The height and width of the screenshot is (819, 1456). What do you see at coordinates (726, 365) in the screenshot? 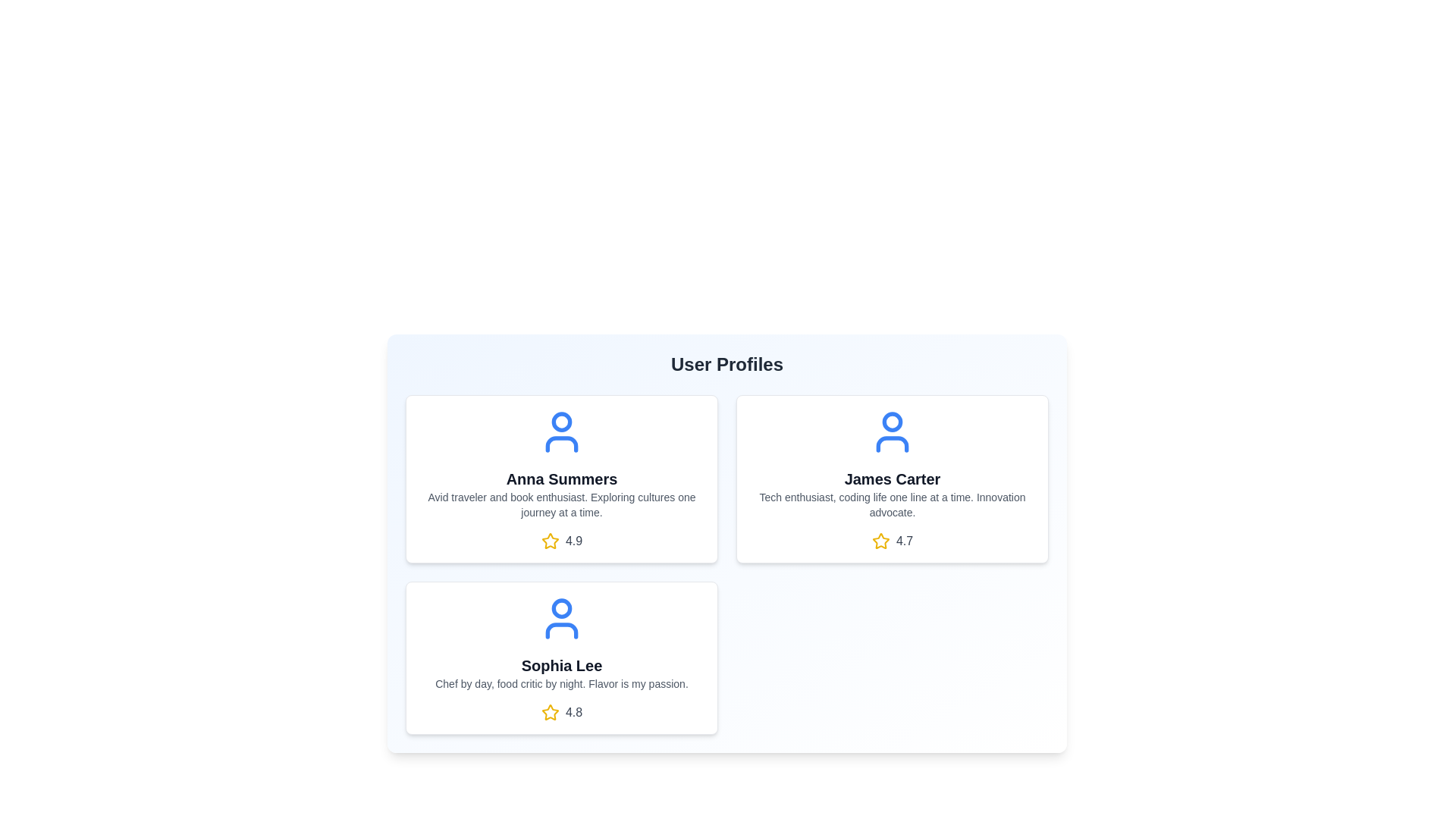
I see `the 'User Profiles' header` at bounding box center [726, 365].